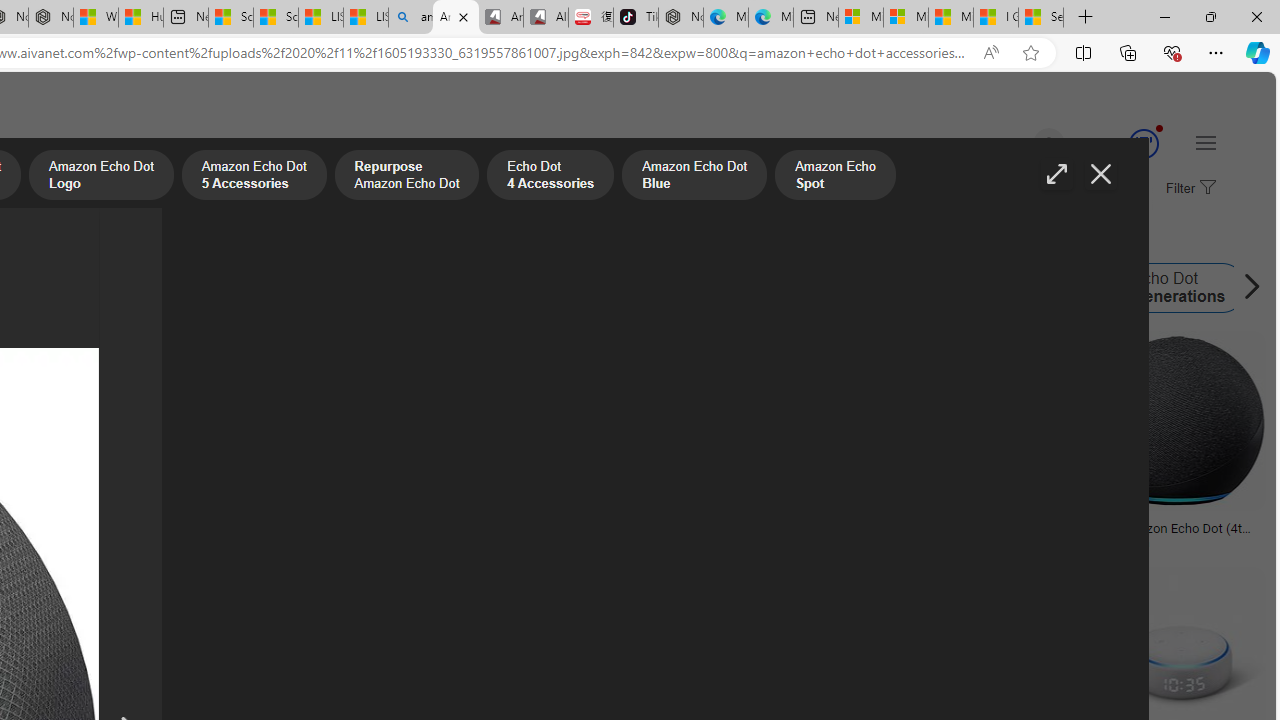 The width and height of the screenshot is (1280, 720). What do you see at coordinates (635, 17) in the screenshot?
I see `'TikTok'` at bounding box center [635, 17].